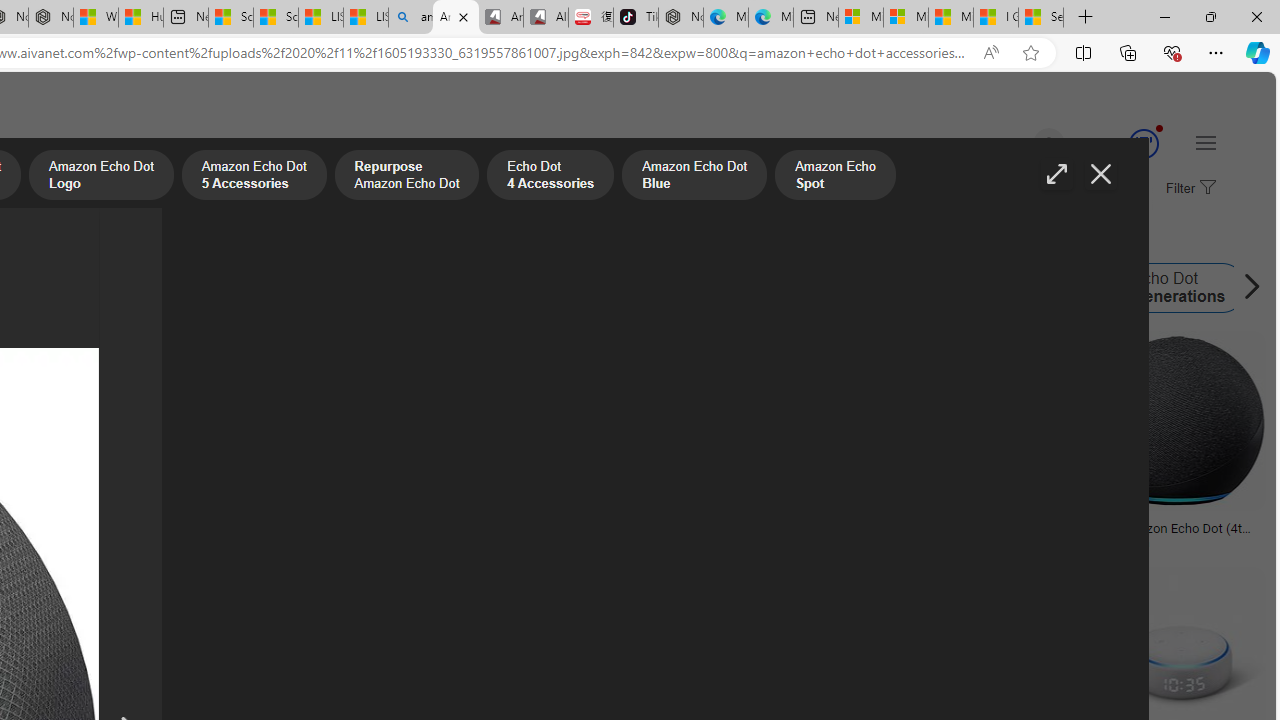 The width and height of the screenshot is (1280, 720). What do you see at coordinates (635, 17) in the screenshot?
I see `'TikTok'` at bounding box center [635, 17].